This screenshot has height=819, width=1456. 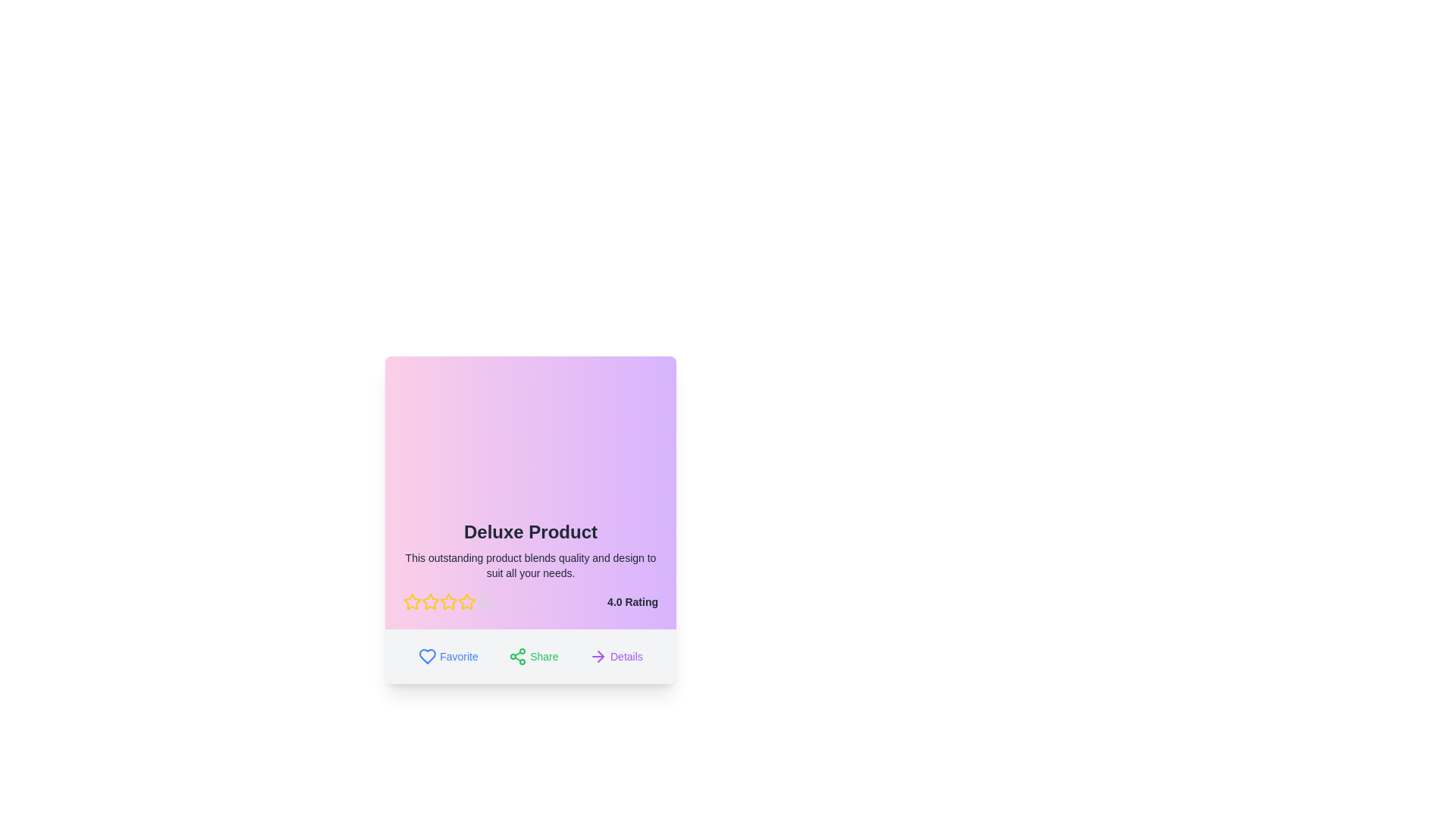 I want to click on the second star rating icon, so click(x=447, y=601).